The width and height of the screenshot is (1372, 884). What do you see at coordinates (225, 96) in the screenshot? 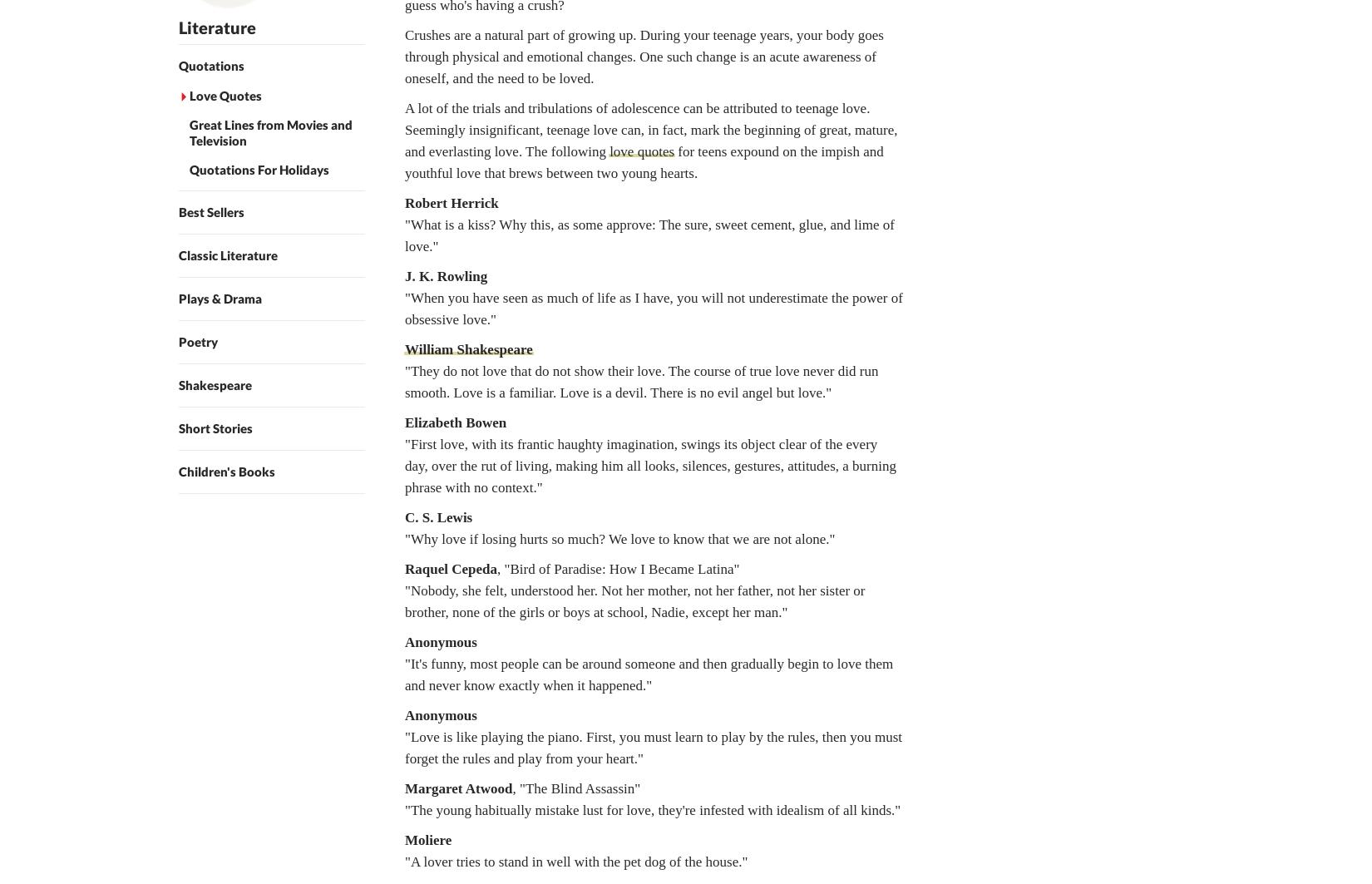
I see `'Love Quotes'` at bounding box center [225, 96].